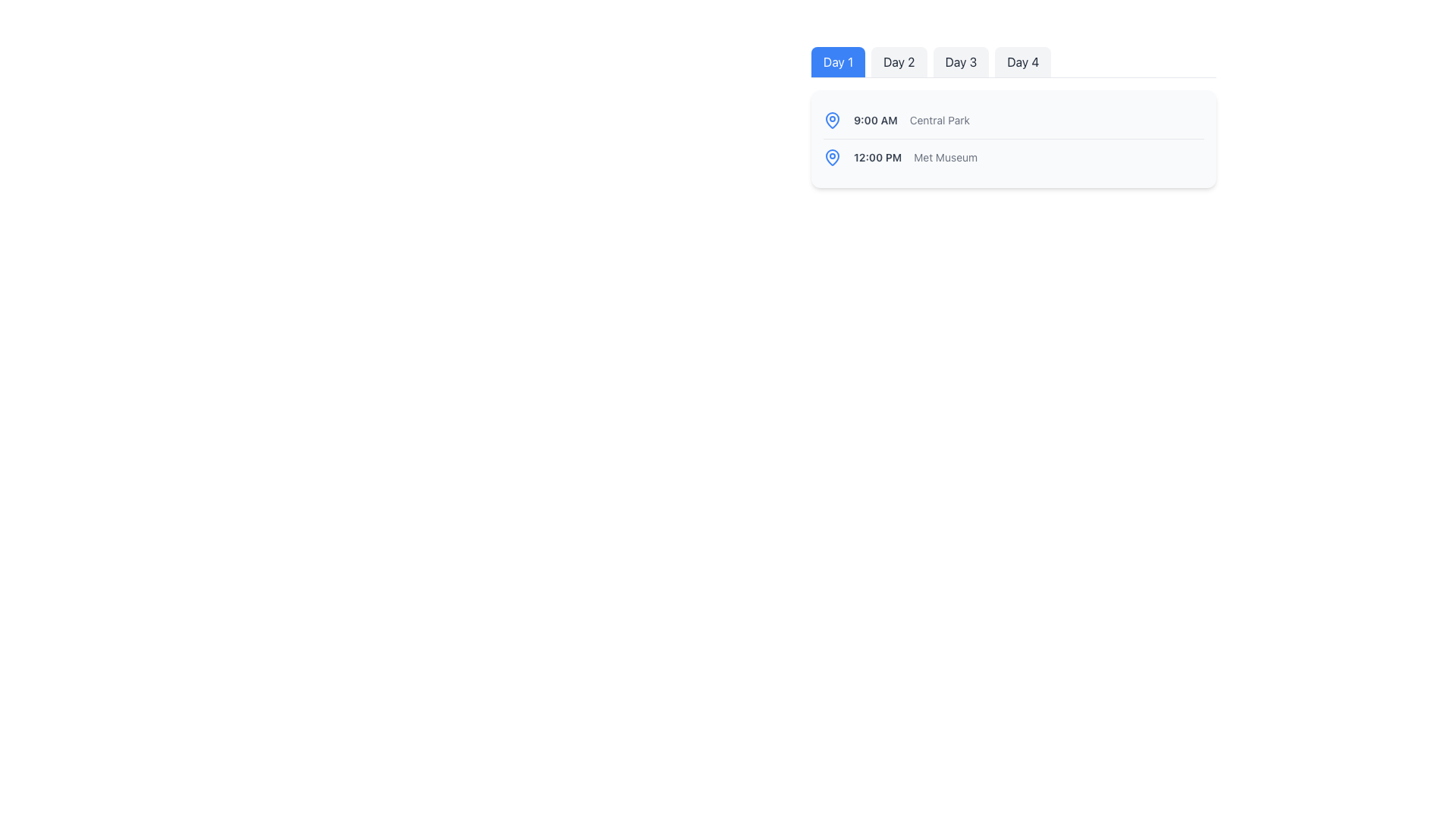 Image resolution: width=1456 pixels, height=819 pixels. I want to click on the Text Label element displaying 'Met Museum', which is styled in a small gray font and located adjacent to '12:00 PM', so click(945, 158).